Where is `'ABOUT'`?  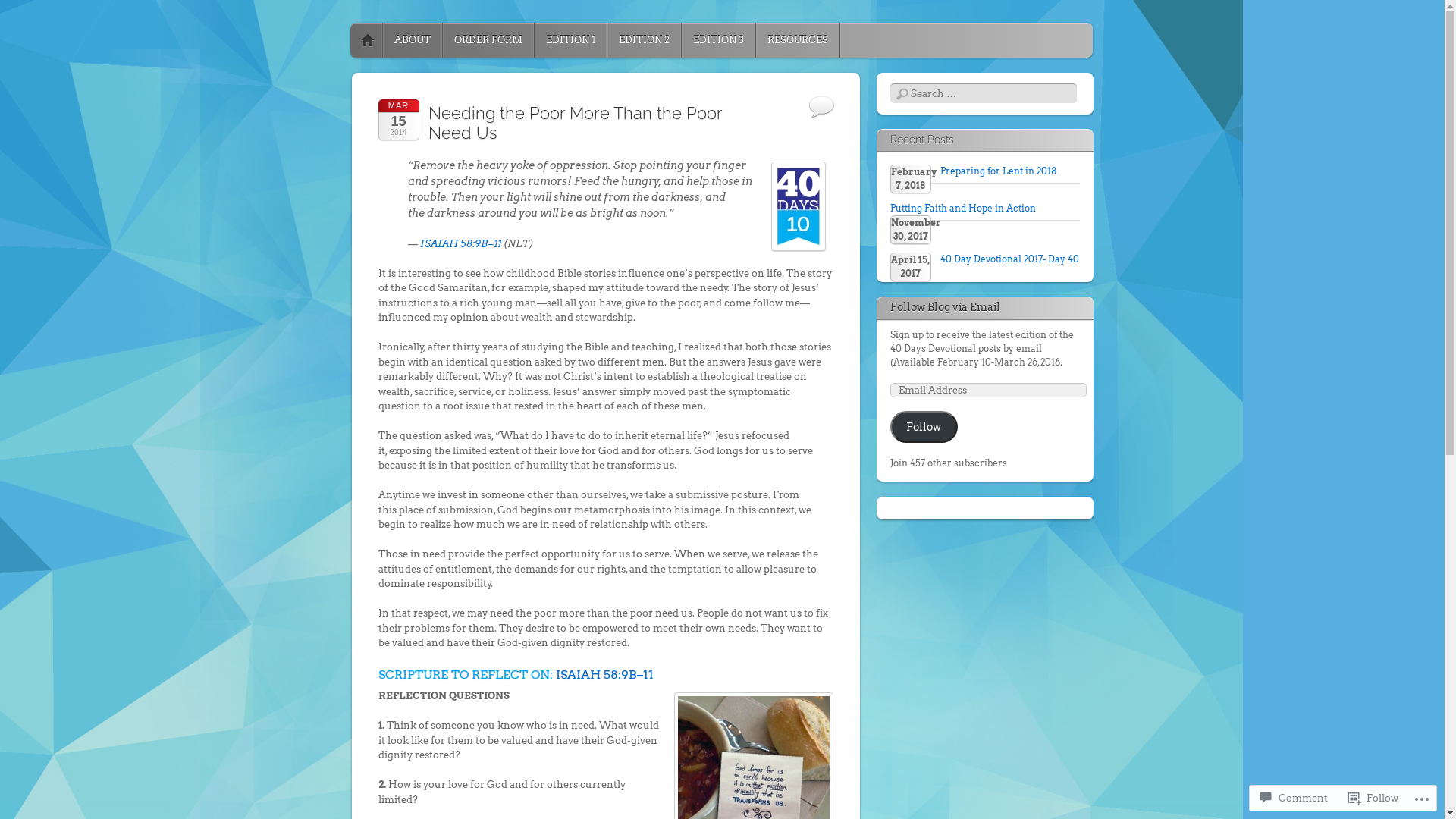
'ABOUT' is located at coordinates (411, 39).